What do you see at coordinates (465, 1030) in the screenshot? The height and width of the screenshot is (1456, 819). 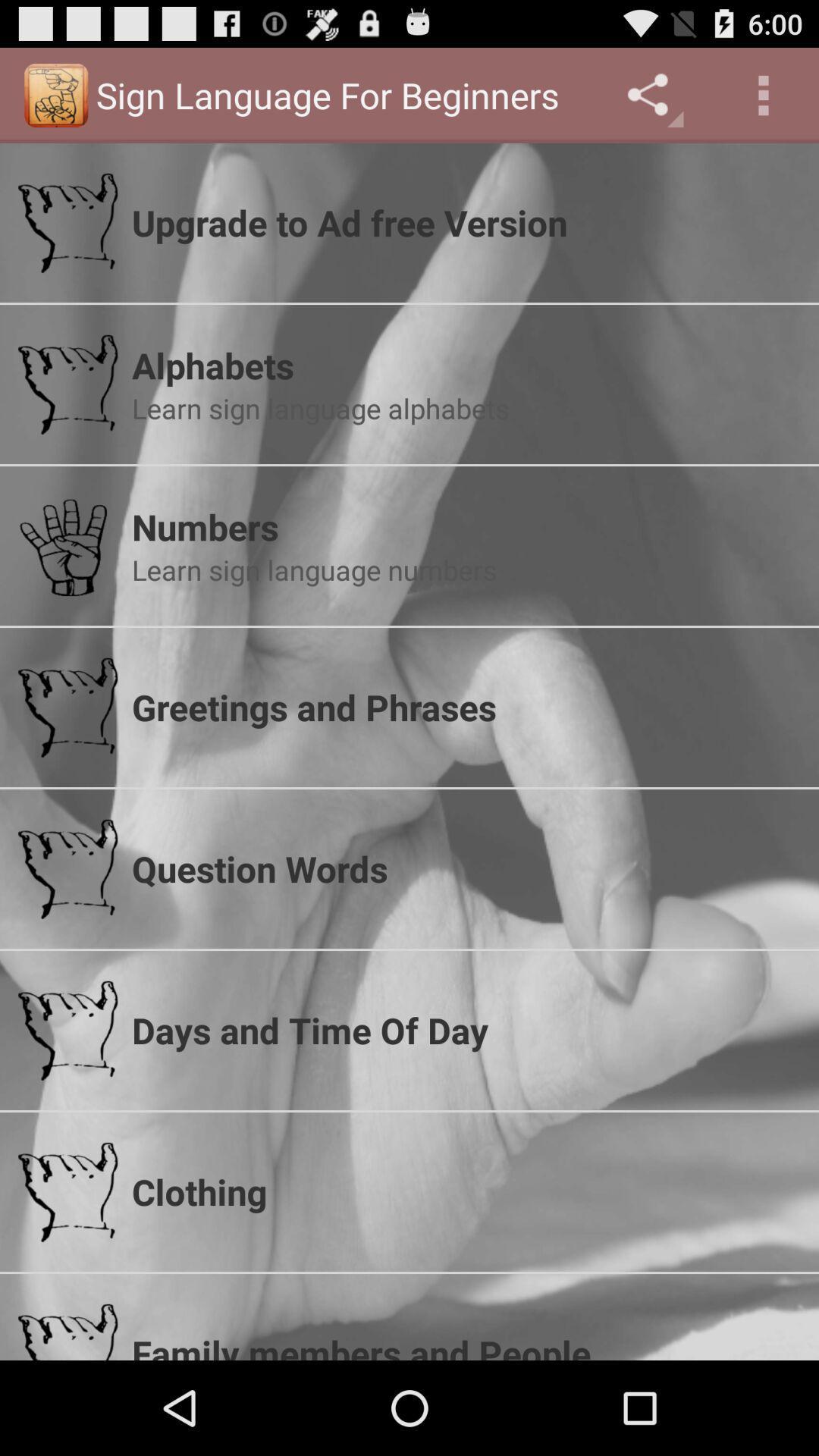 I see `days and time icon` at bounding box center [465, 1030].